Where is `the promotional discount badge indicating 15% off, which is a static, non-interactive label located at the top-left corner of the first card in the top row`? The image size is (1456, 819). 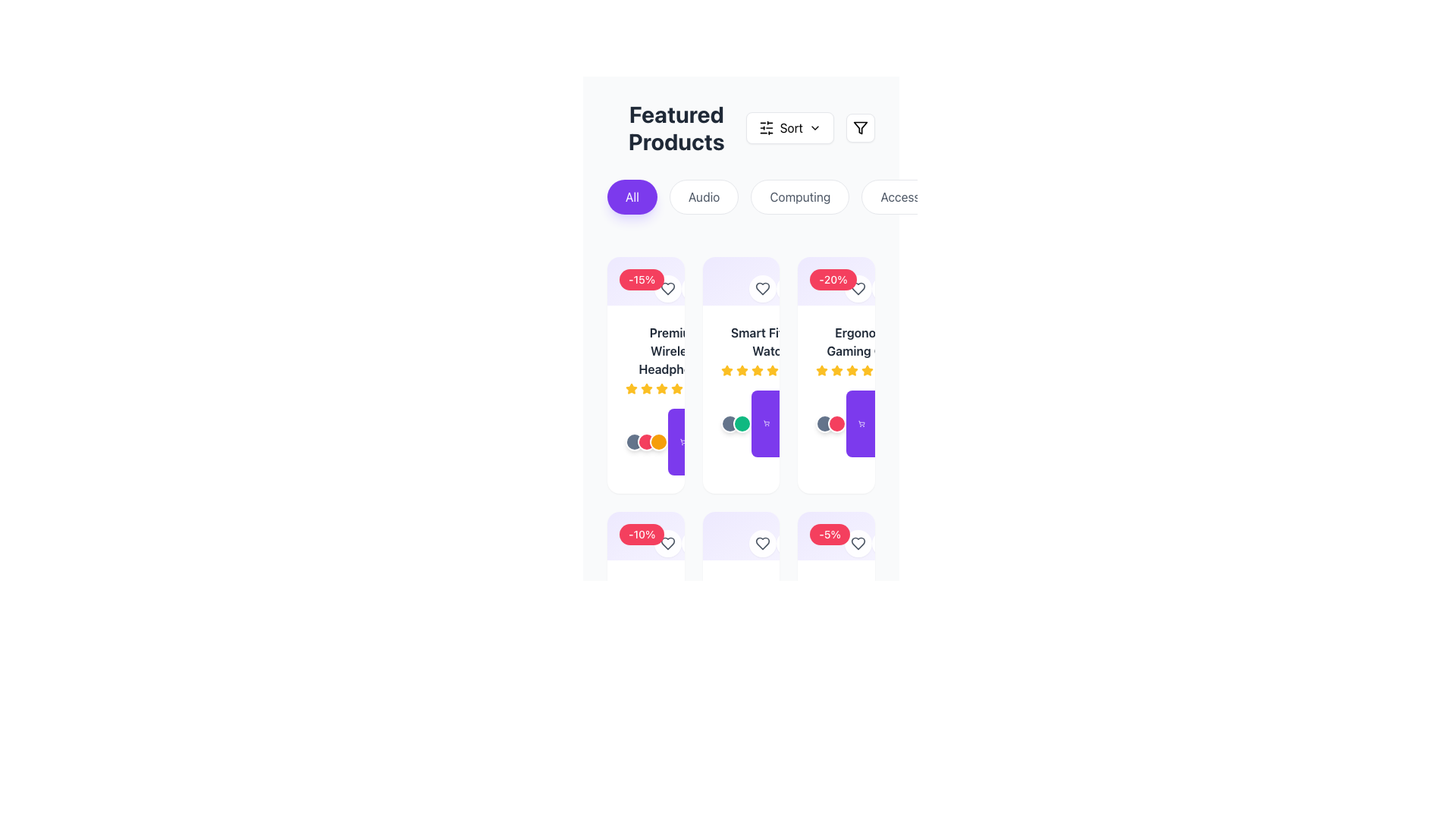
the promotional discount badge indicating 15% off, which is a static, non-interactive label located at the top-left corner of the first card in the top row is located at coordinates (642, 280).